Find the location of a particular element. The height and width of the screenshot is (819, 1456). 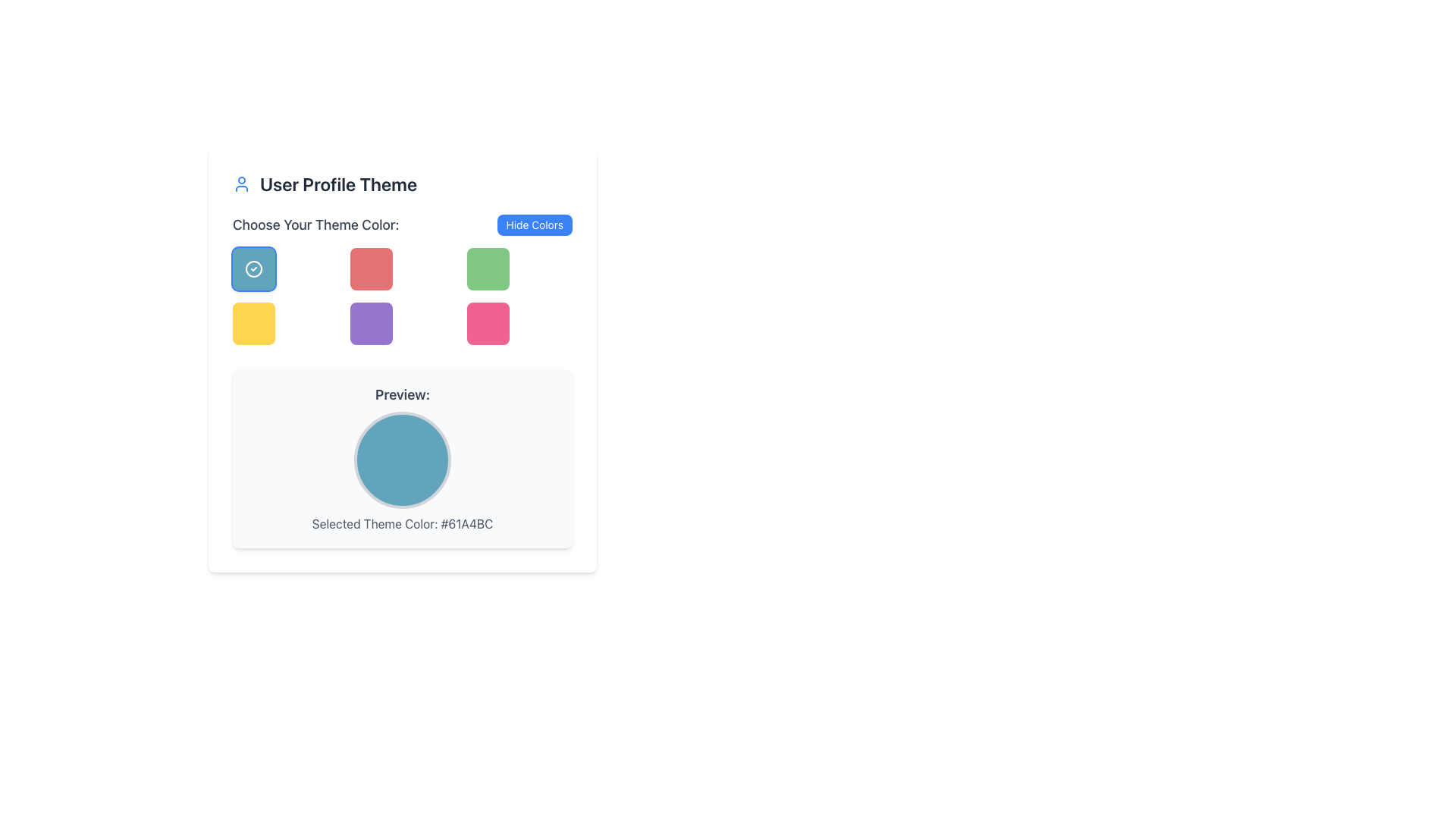

the blue button with a checkmark icon located in the first row and first column of the grid under the 'Choose Your Theme Color' label is located at coordinates (254, 268).